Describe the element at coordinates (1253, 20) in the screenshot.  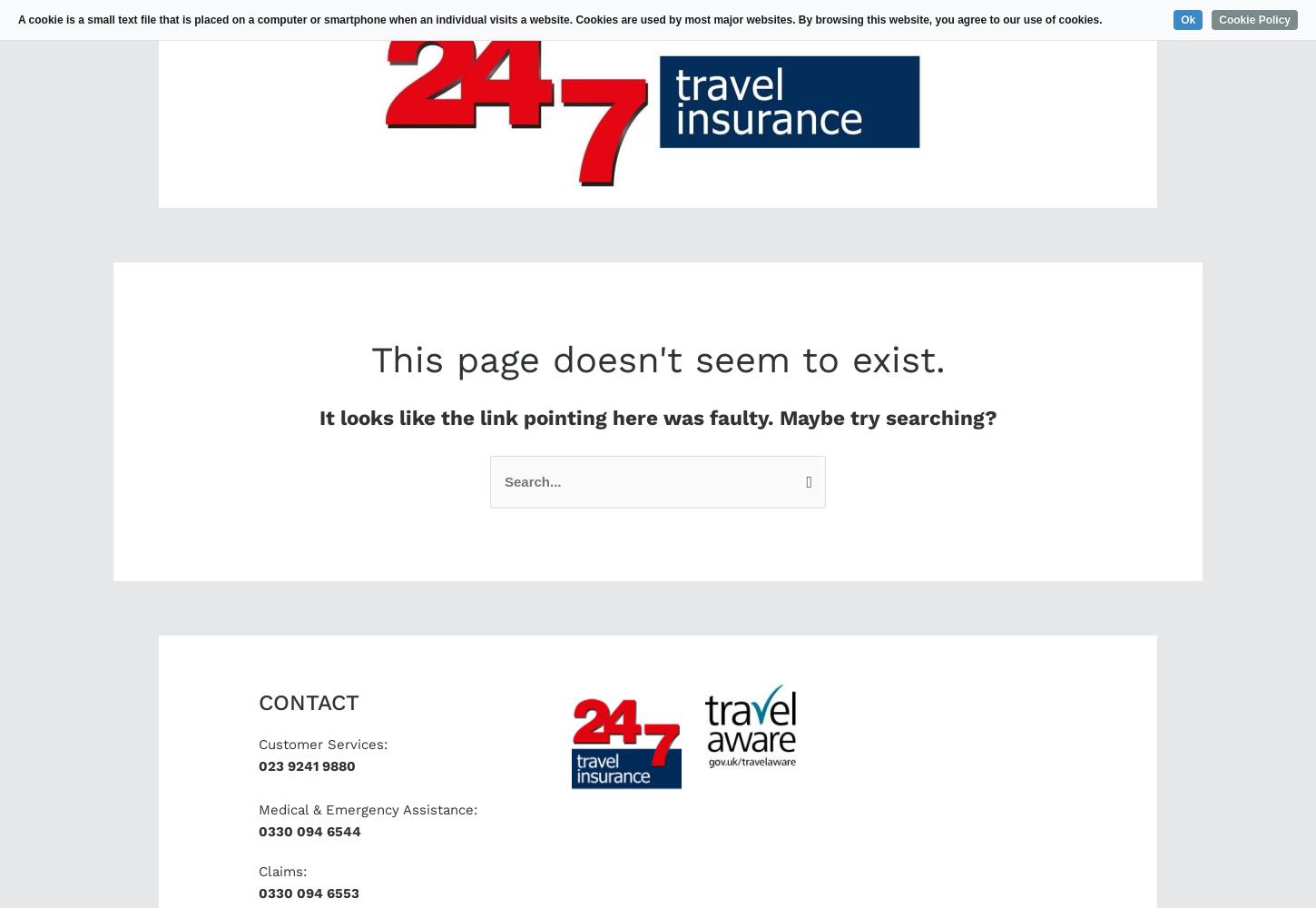
I see `'Cookie Policy'` at that location.